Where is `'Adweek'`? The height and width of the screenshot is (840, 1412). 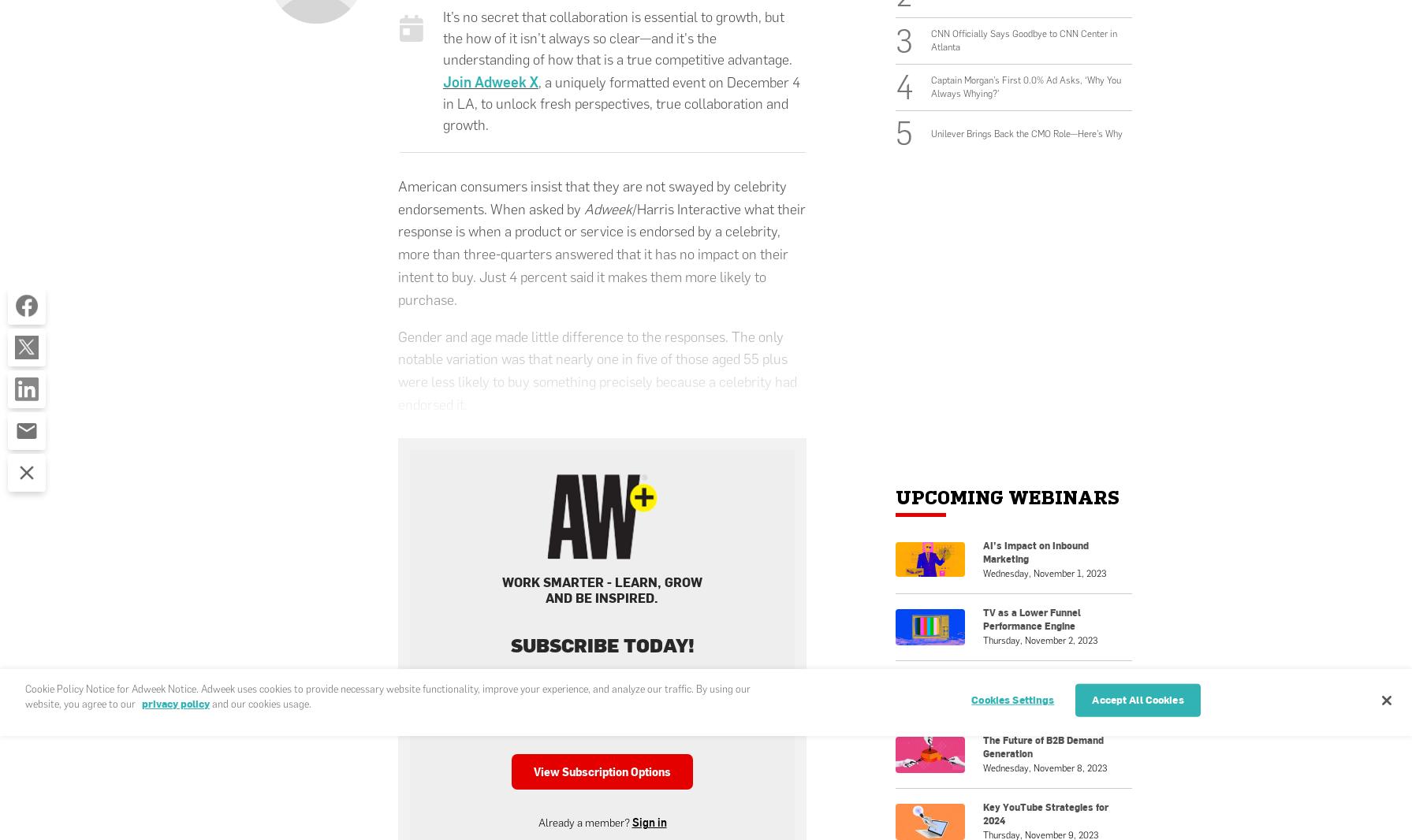
'Adweek' is located at coordinates (583, 208).